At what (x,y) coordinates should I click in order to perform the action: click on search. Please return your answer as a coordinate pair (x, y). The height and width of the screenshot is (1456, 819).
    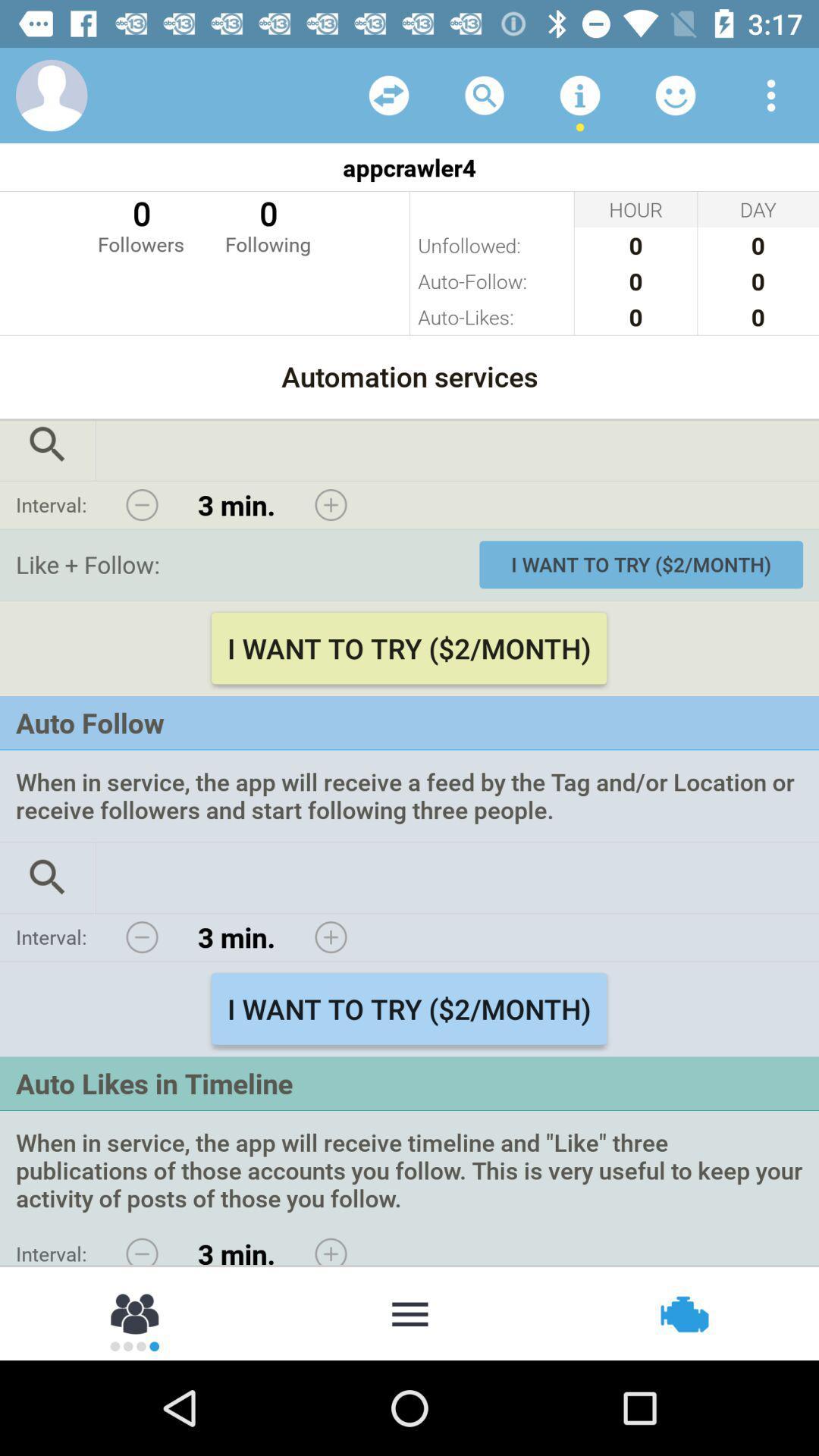
    Looking at the image, I should click on (485, 94).